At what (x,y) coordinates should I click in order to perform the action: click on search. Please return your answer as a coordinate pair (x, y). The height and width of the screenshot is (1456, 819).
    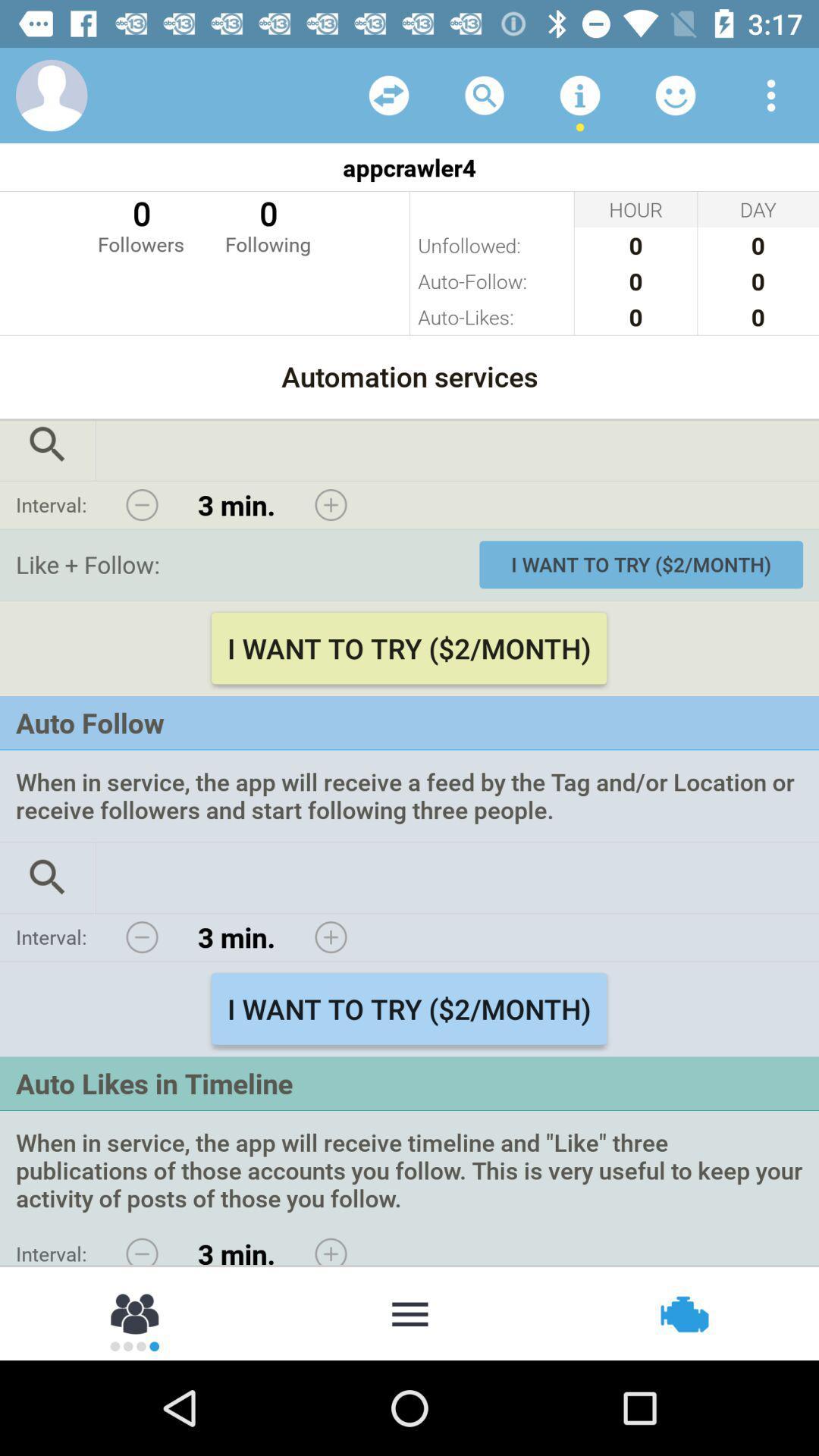
    Looking at the image, I should click on (485, 94).